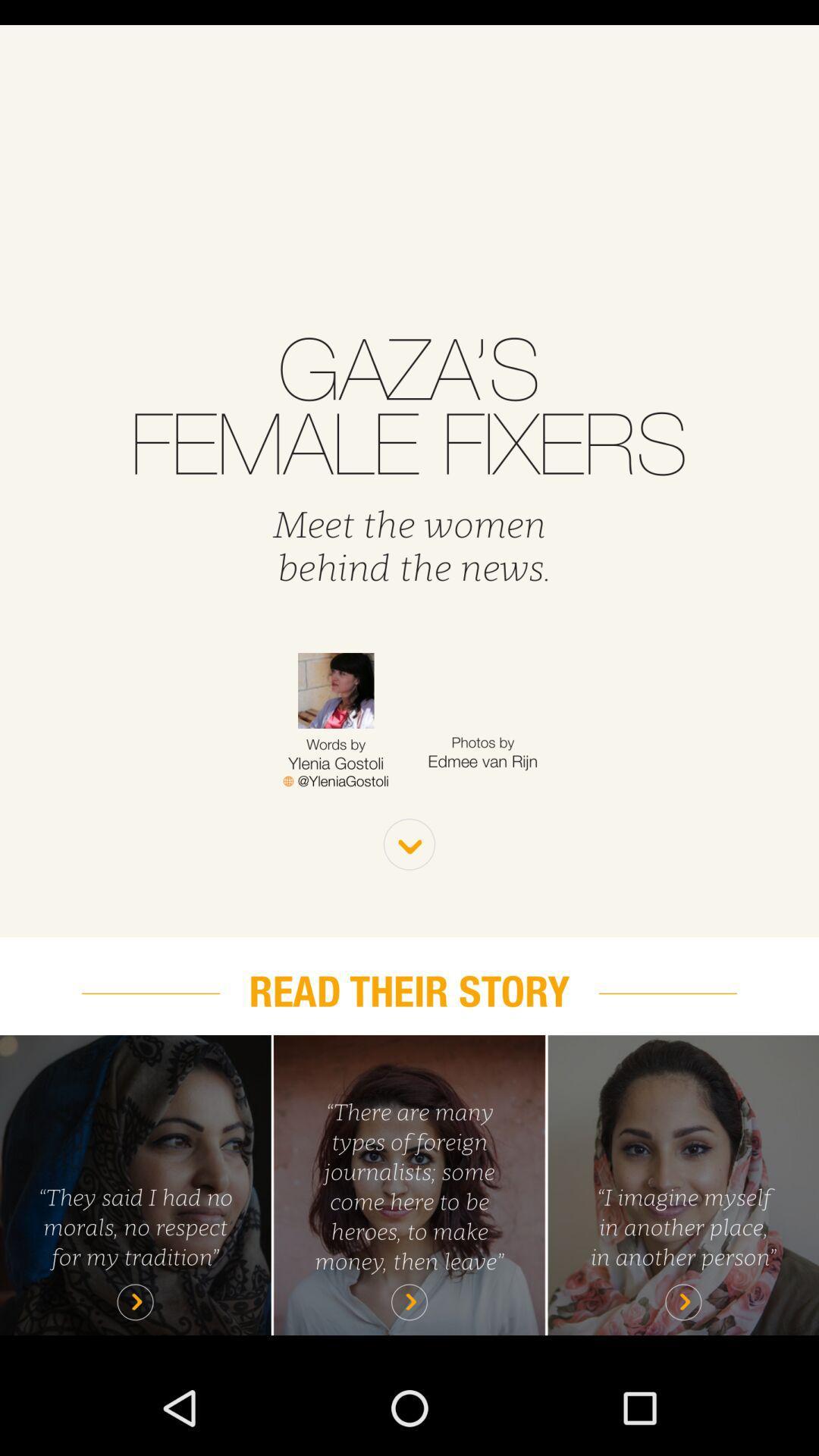 The width and height of the screenshot is (819, 1456). I want to click on check external social media link, so click(335, 781).